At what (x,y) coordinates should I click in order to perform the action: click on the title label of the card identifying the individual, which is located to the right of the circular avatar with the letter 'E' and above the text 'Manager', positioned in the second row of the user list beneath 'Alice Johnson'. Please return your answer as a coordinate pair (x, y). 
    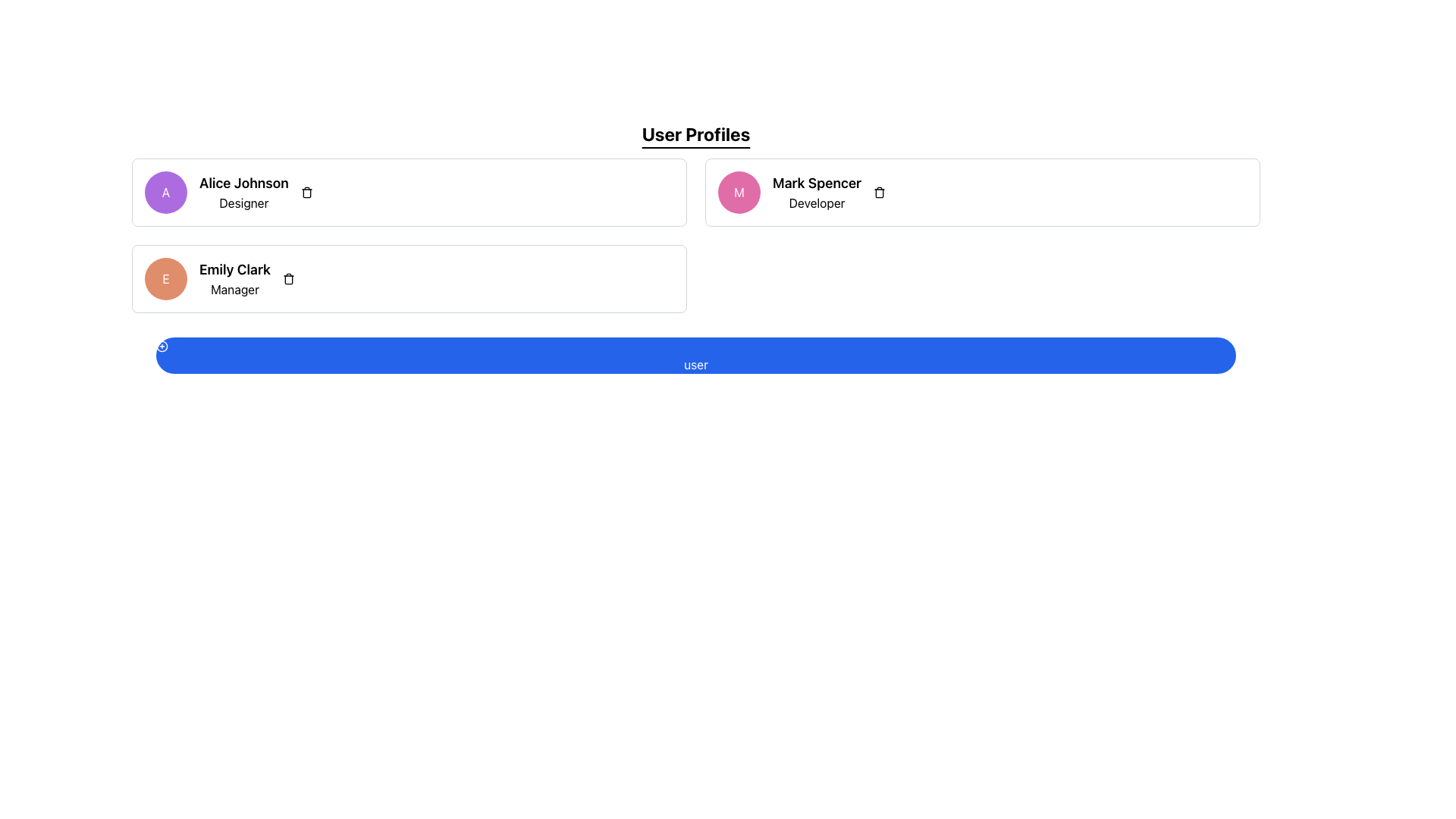
    Looking at the image, I should click on (234, 268).